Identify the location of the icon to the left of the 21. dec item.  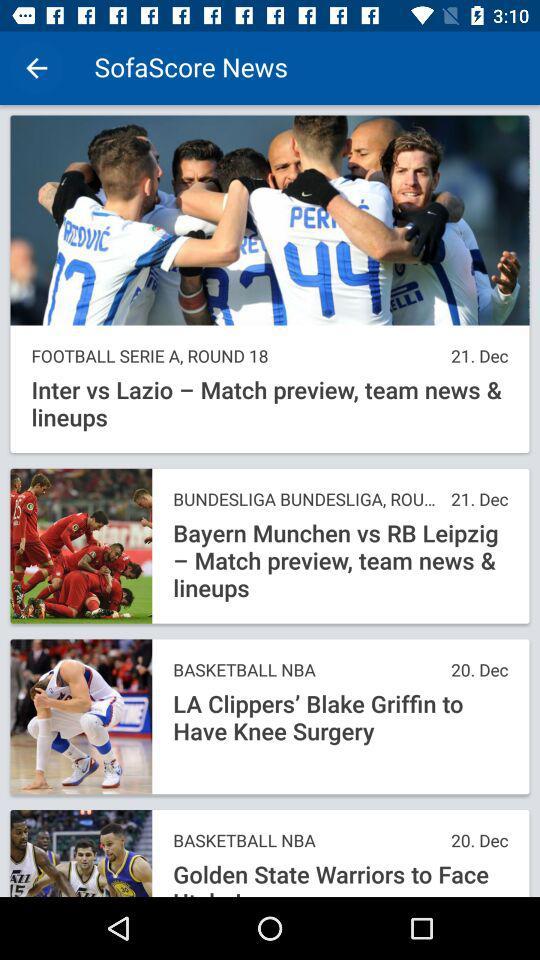
(235, 356).